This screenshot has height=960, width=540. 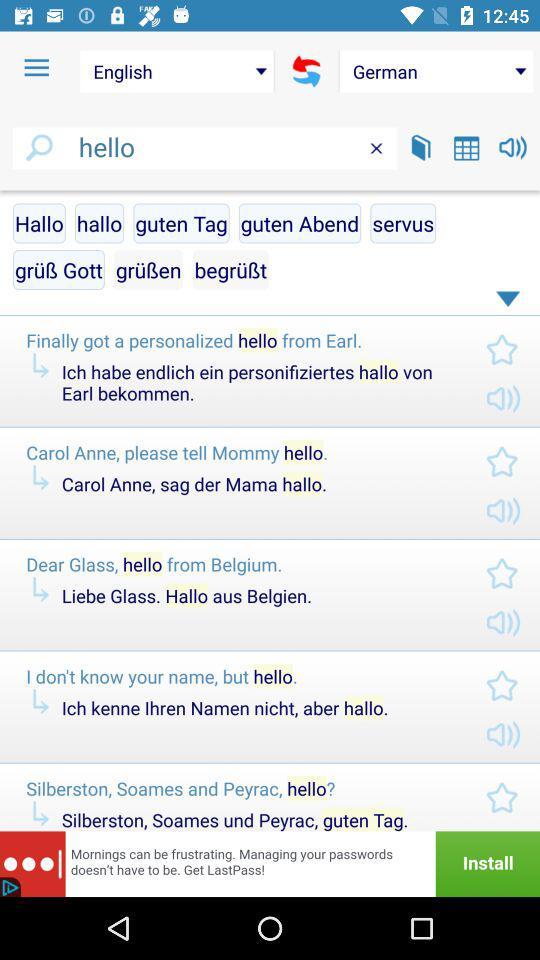 What do you see at coordinates (306, 71) in the screenshot?
I see `switch translation selections` at bounding box center [306, 71].